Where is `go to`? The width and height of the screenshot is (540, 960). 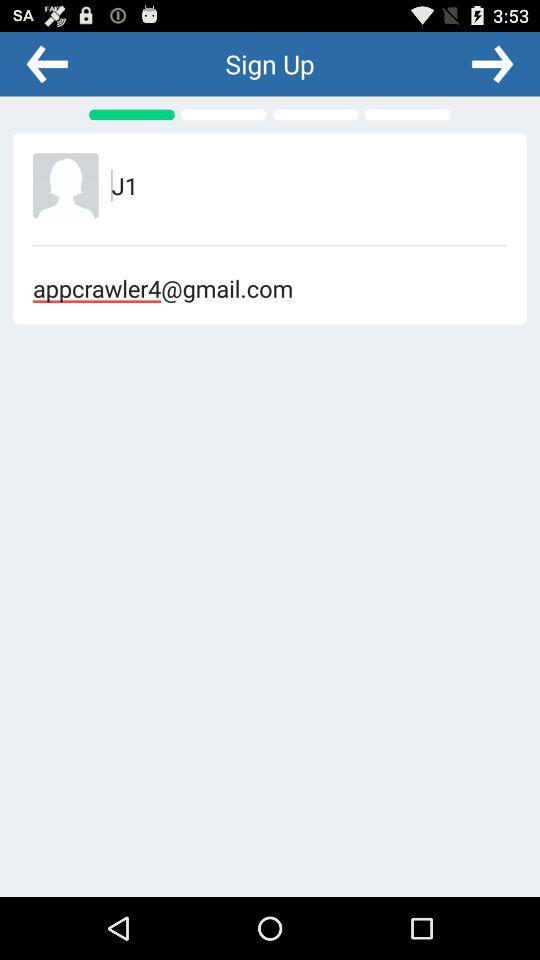
go to is located at coordinates (491, 63).